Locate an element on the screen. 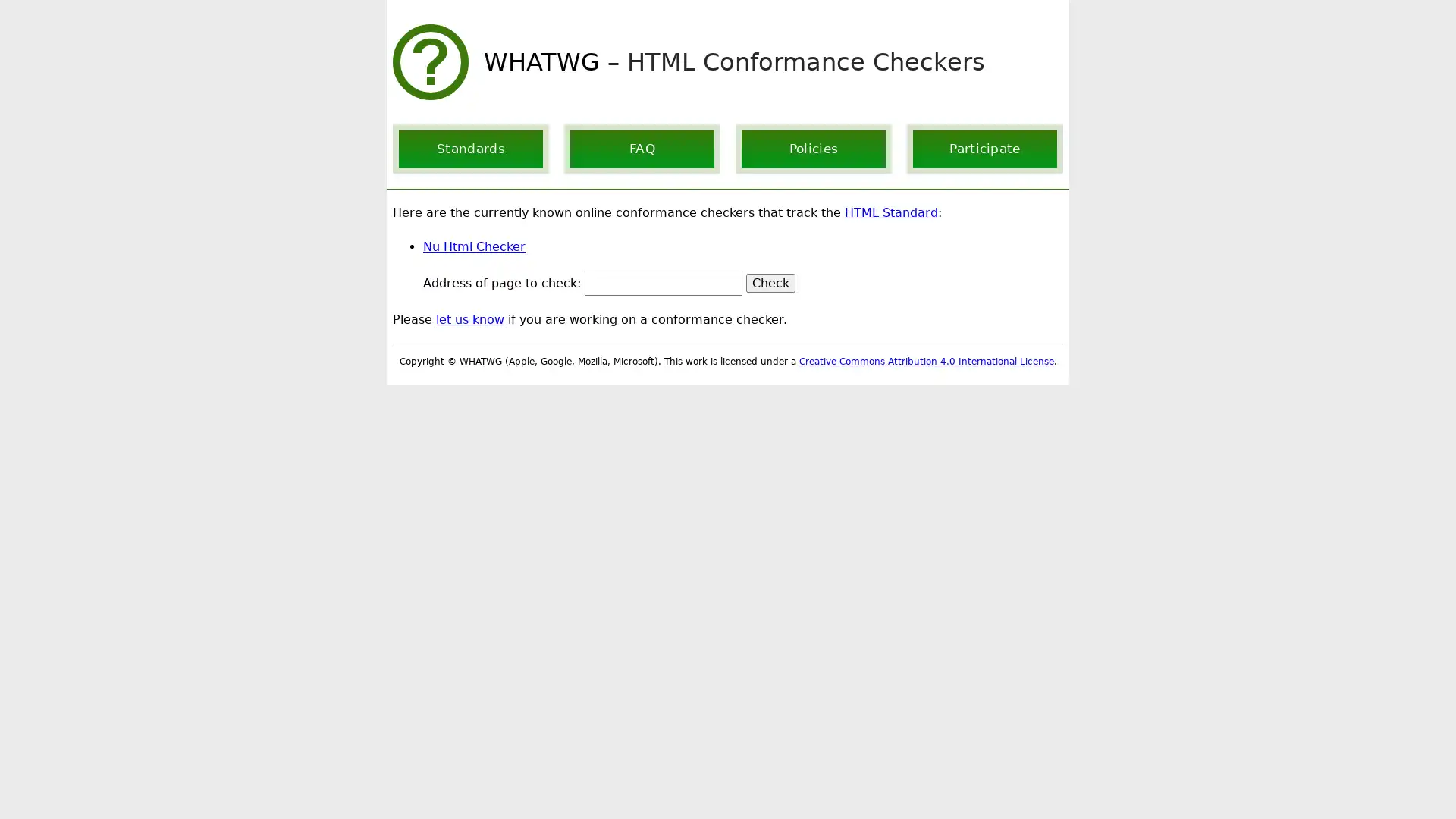 This screenshot has height=819, width=1456. Check is located at coordinates (770, 283).